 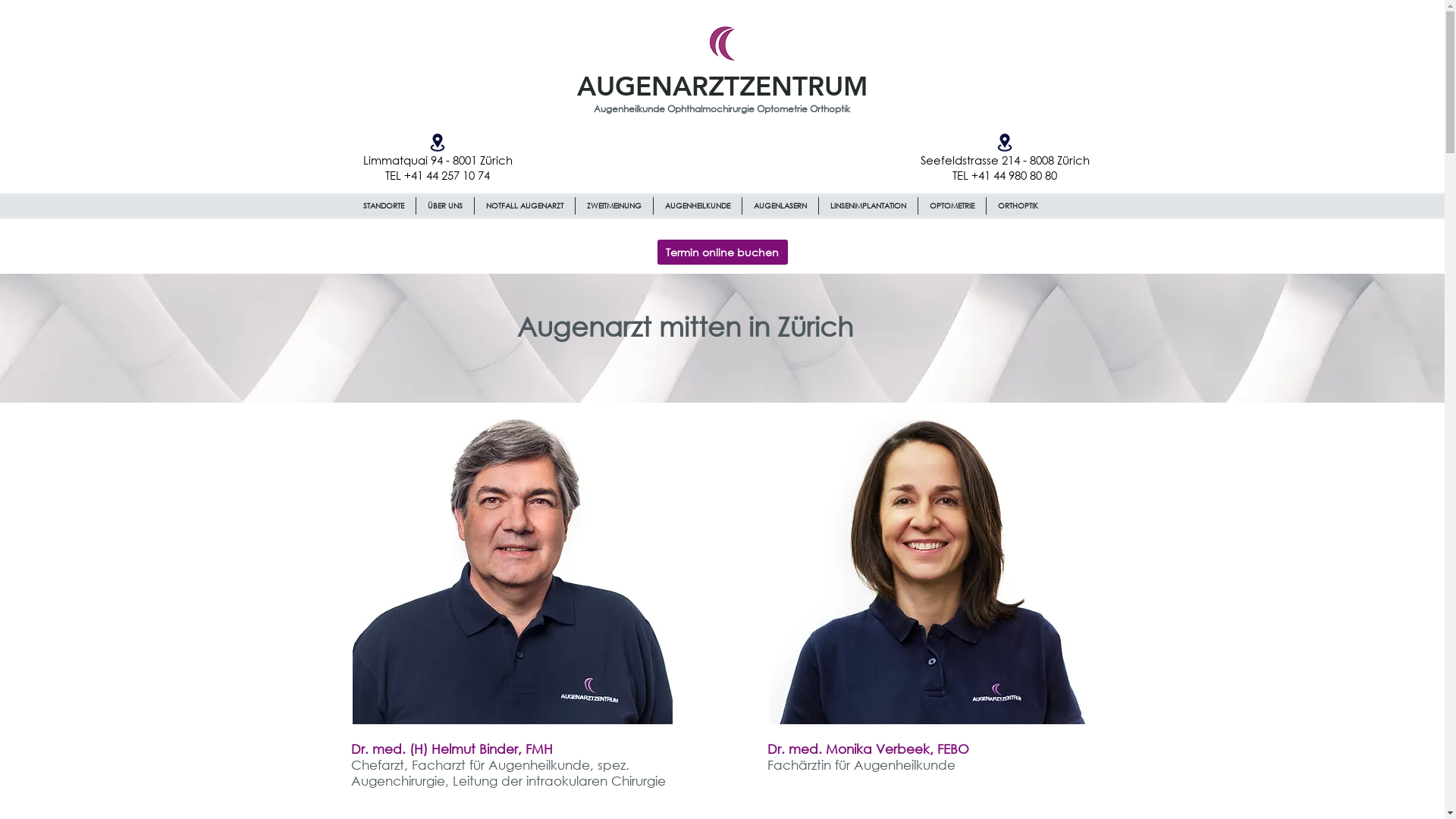 What do you see at coordinates (1017, 206) in the screenshot?
I see `'ORTHOPTIK'` at bounding box center [1017, 206].